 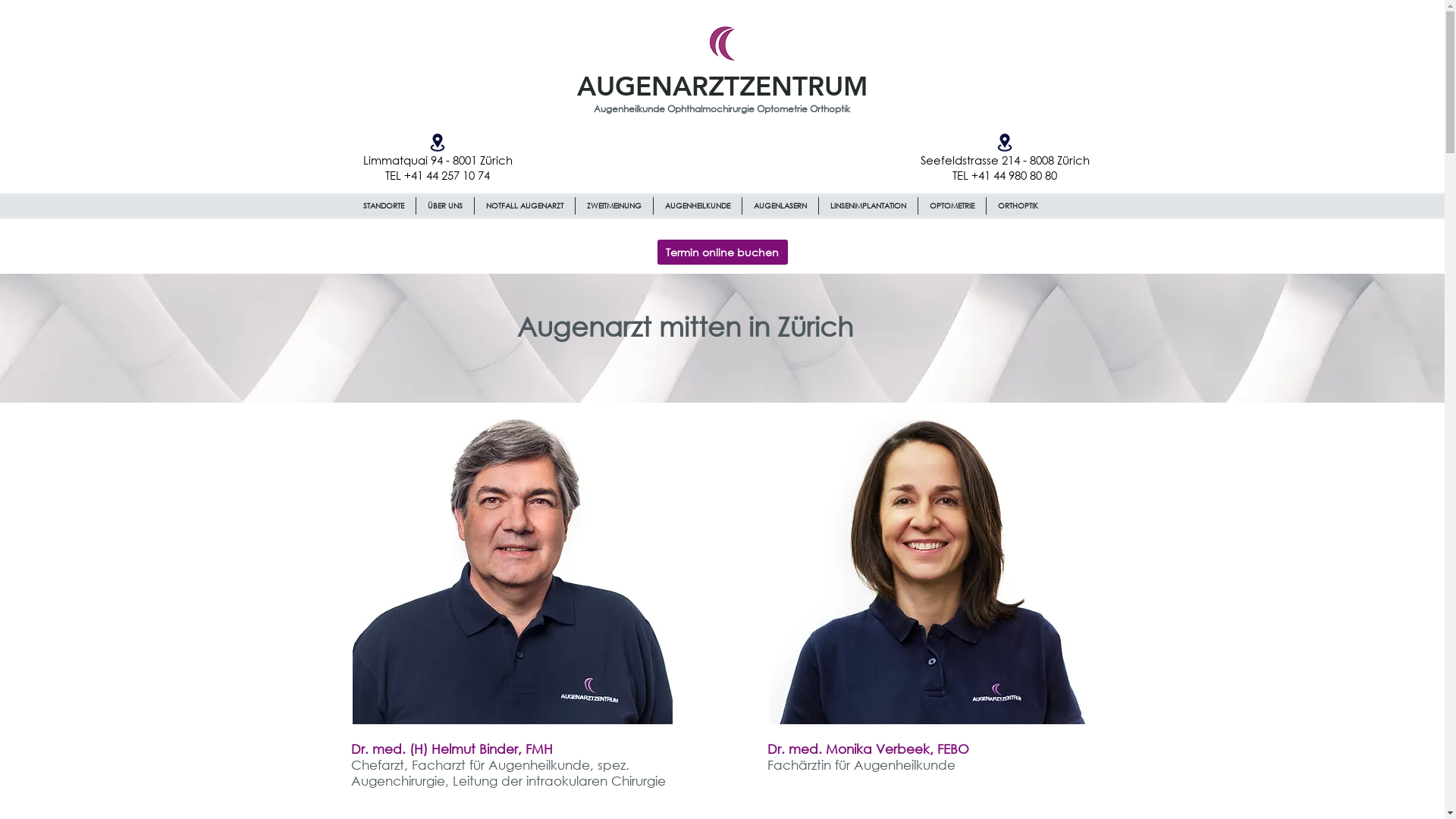 What do you see at coordinates (1017, 206) in the screenshot?
I see `'ORTHOPTIK'` at bounding box center [1017, 206].